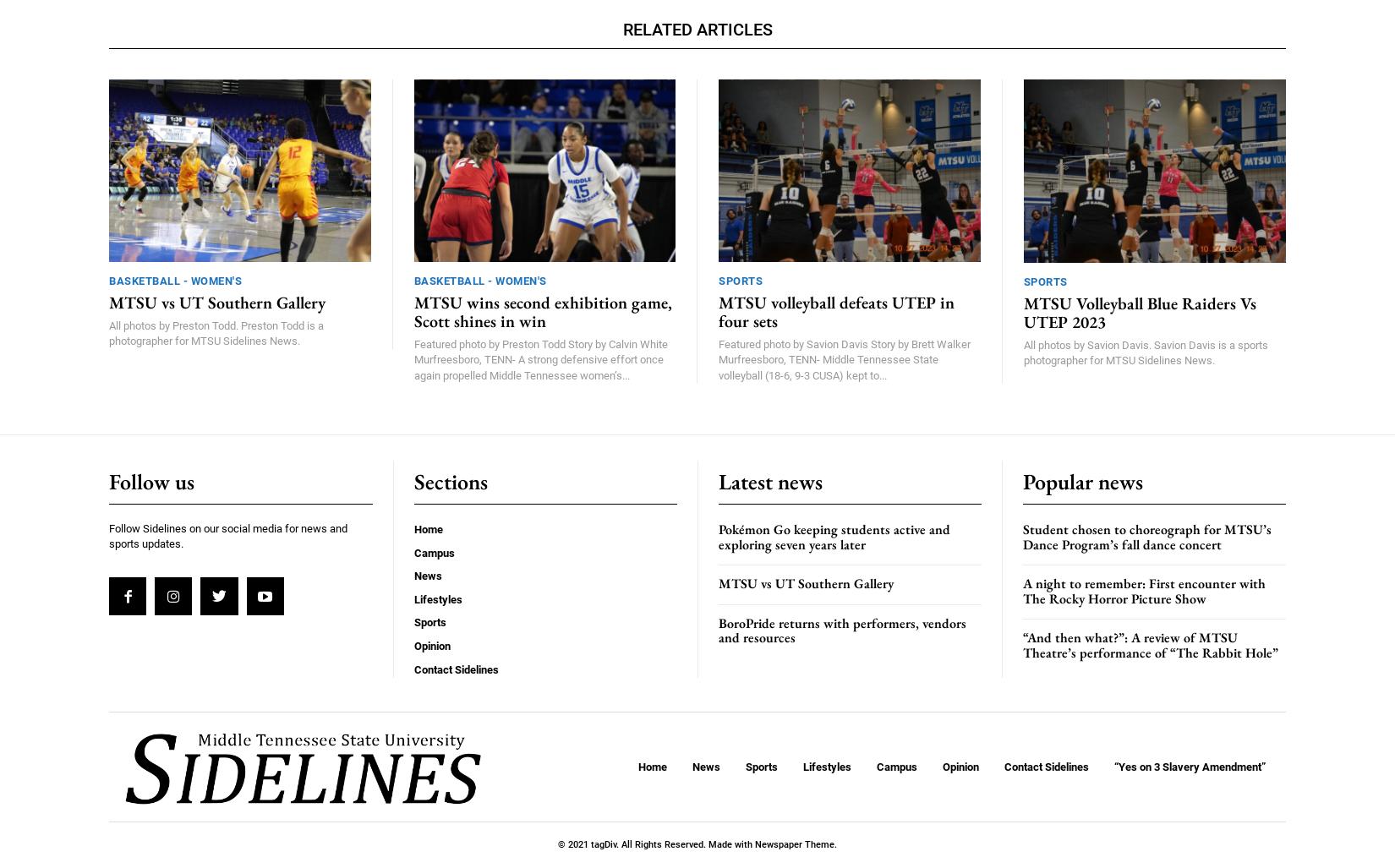 This screenshot has width=1395, height=868. What do you see at coordinates (1144, 351) in the screenshot?
I see `'All photos by Savion Davis.





























































Savion Davis is a sports photographer for MTSU Sidelines News.'` at bounding box center [1144, 351].